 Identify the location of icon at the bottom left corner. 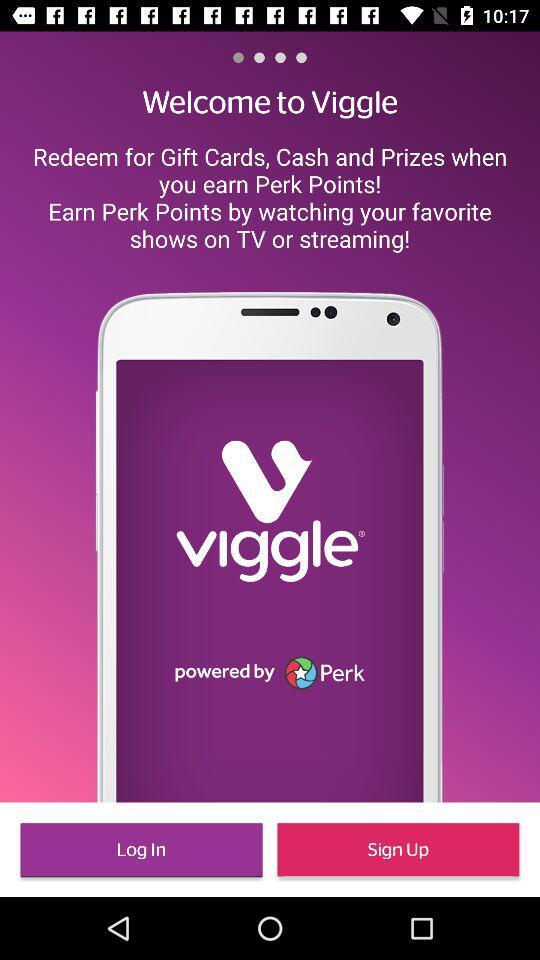
(140, 848).